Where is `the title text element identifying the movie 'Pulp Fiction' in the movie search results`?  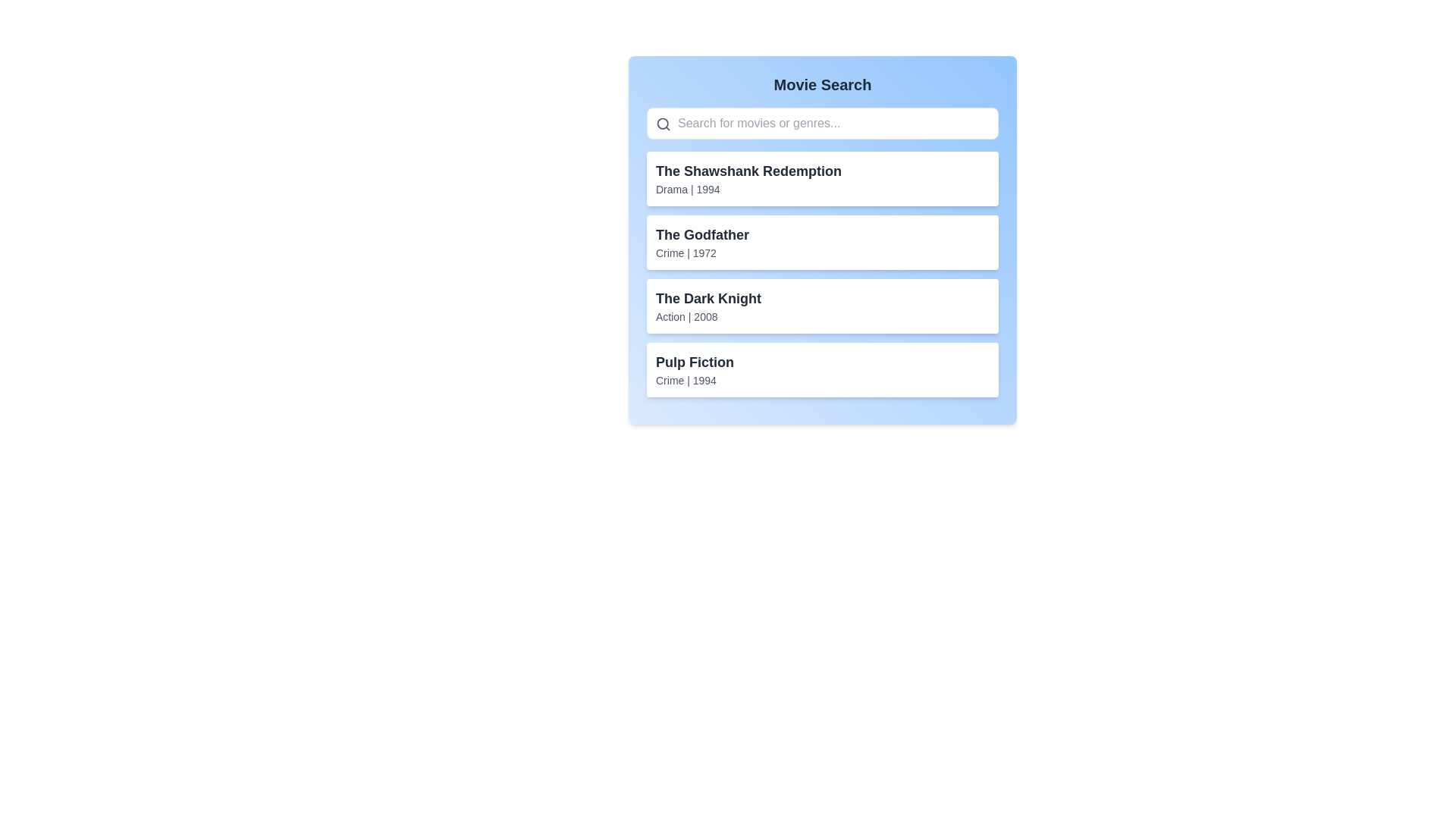
the title text element identifying the movie 'Pulp Fiction' in the movie search results is located at coordinates (694, 362).